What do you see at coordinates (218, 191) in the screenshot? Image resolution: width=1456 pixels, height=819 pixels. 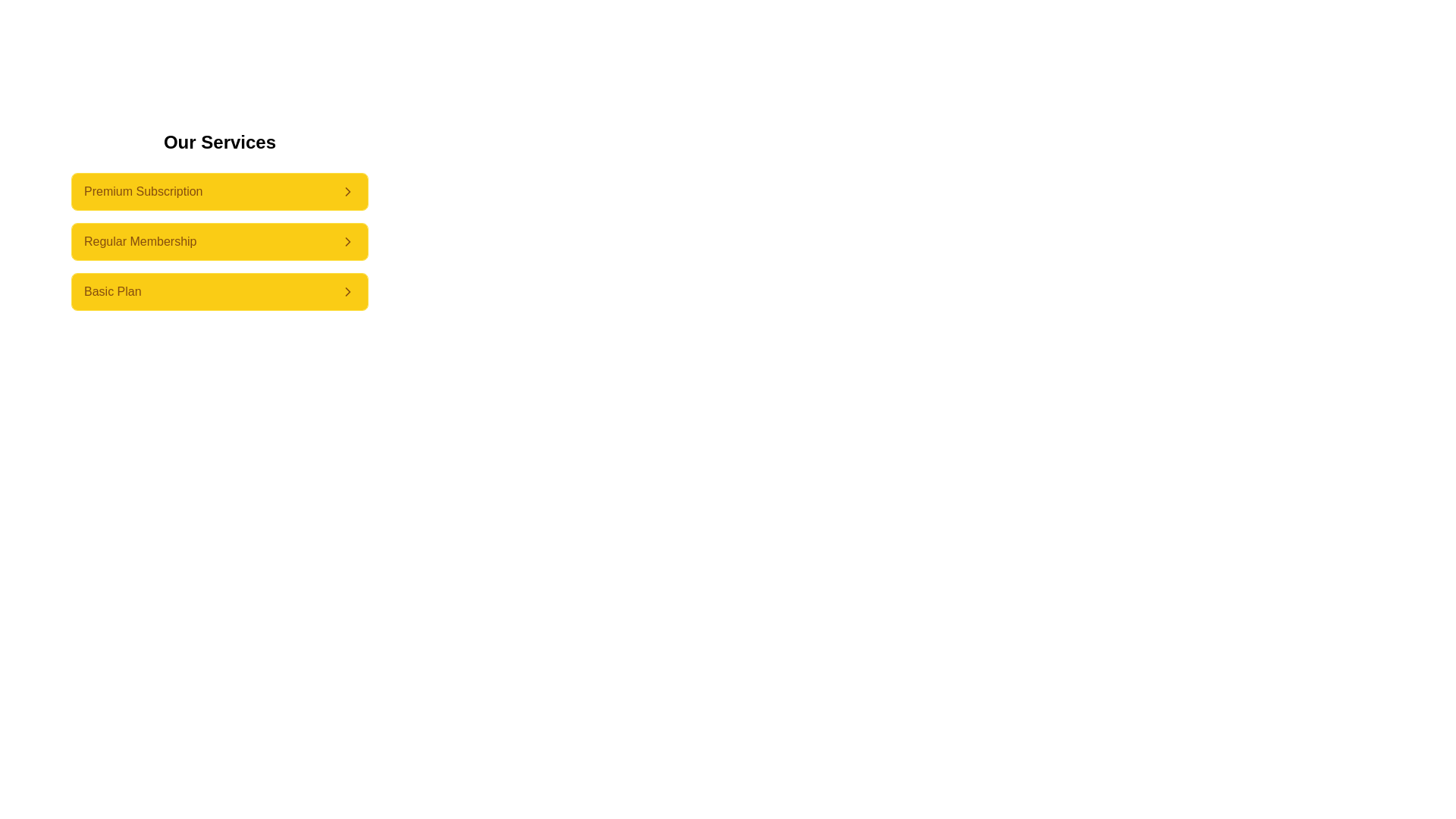 I see `the topmost button in the 'Our Services' section` at bounding box center [218, 191].